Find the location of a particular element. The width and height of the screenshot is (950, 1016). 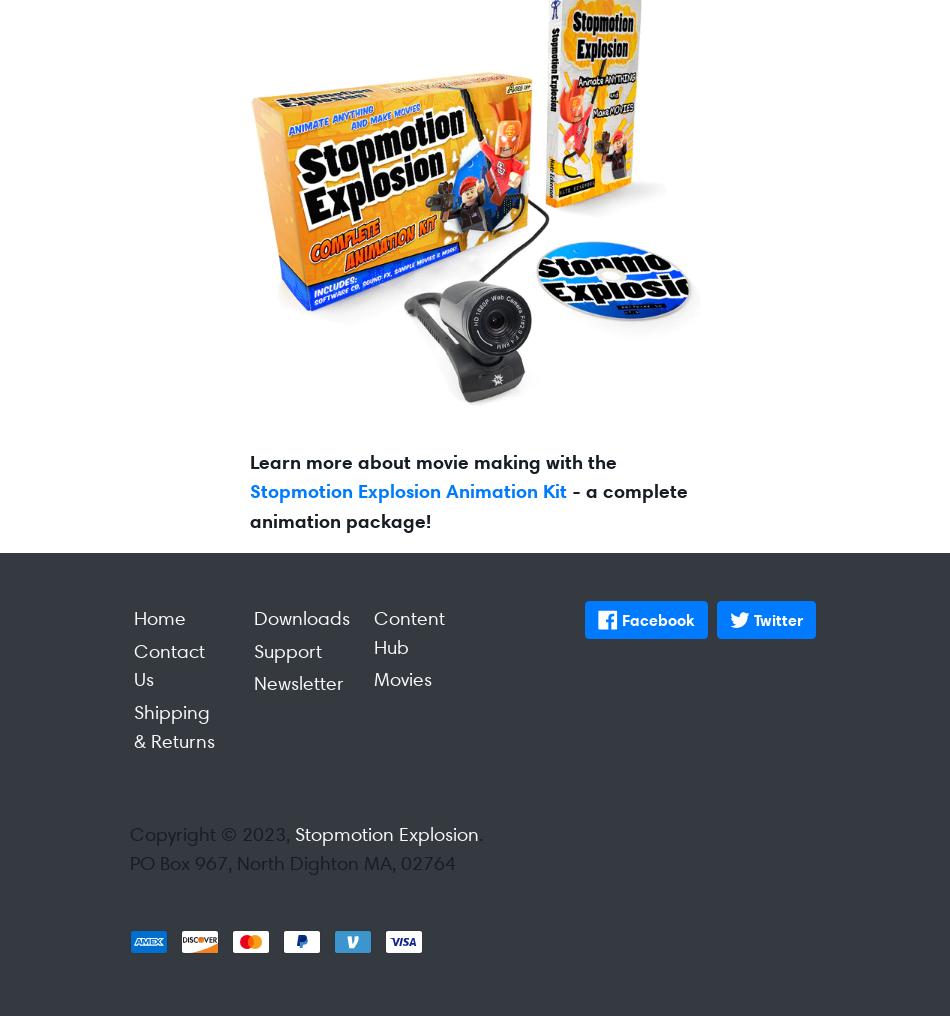

'.' is located at coordinates (480, 833).